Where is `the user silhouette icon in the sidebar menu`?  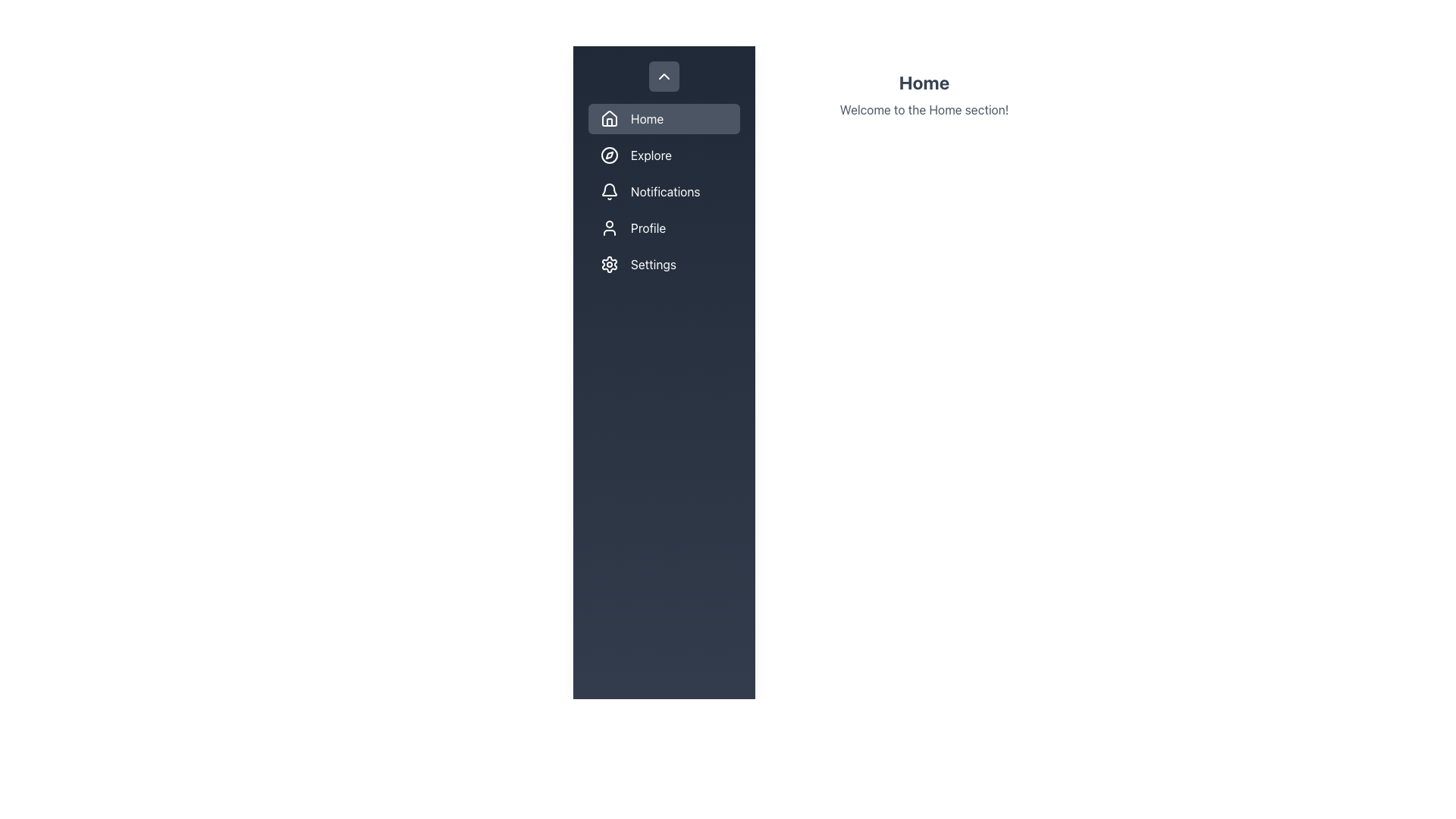
the user silhouette icon in the sidebar menu is located at coordinates (610, 227).